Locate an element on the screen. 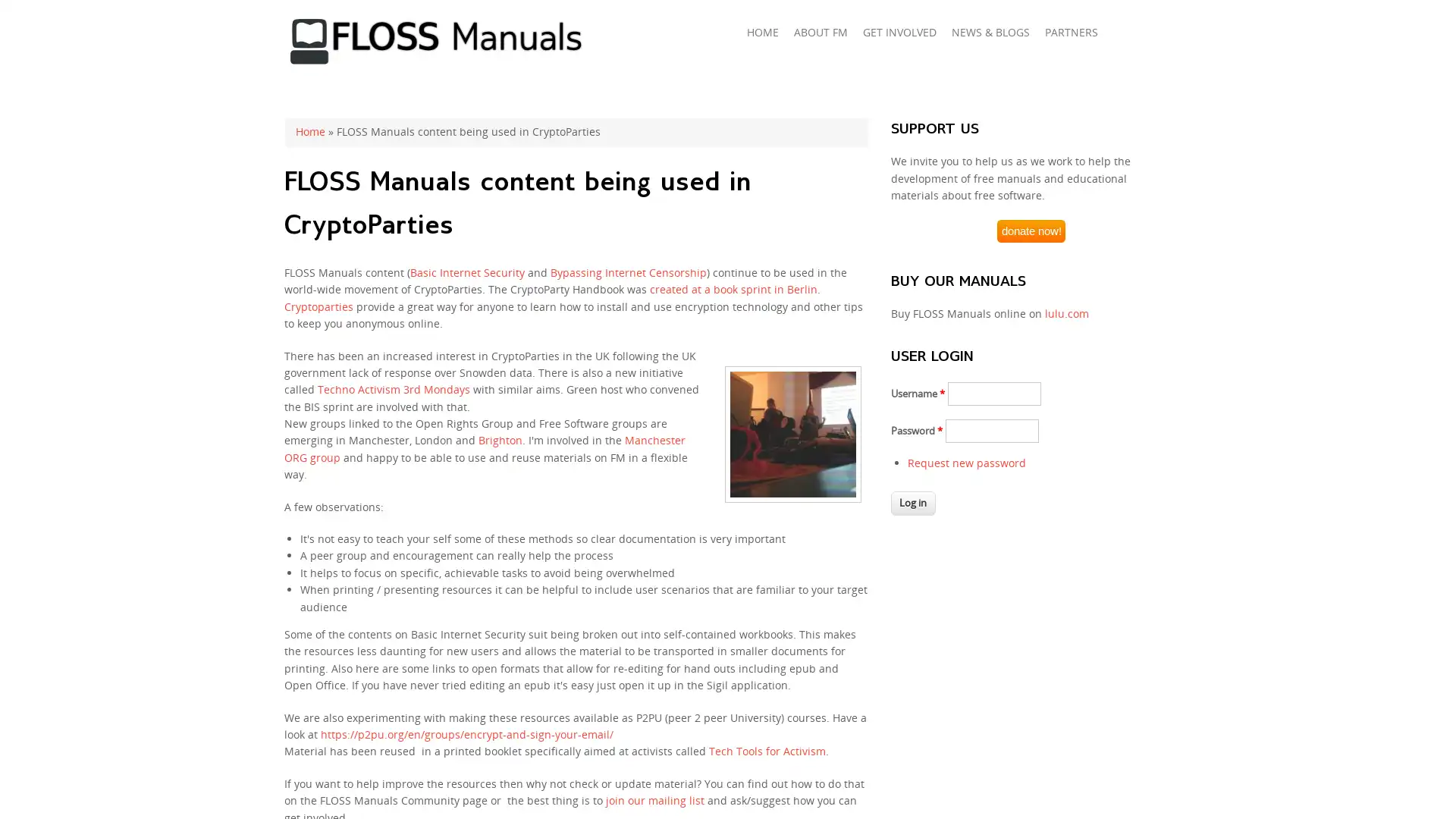 Image resolution: width=1456 pixels, height=819 pixels. Log in is located at coordinates (912, 503).